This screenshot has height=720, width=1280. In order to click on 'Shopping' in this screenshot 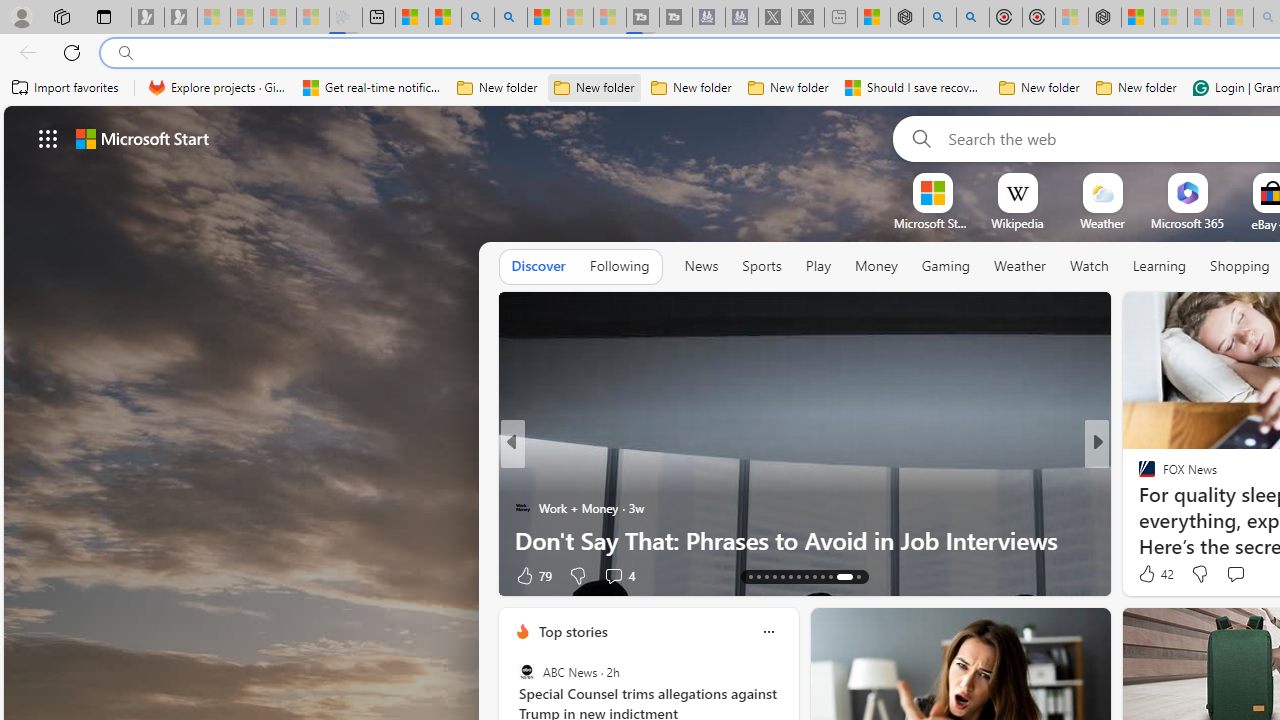, I will do `click(1239, 265)`.